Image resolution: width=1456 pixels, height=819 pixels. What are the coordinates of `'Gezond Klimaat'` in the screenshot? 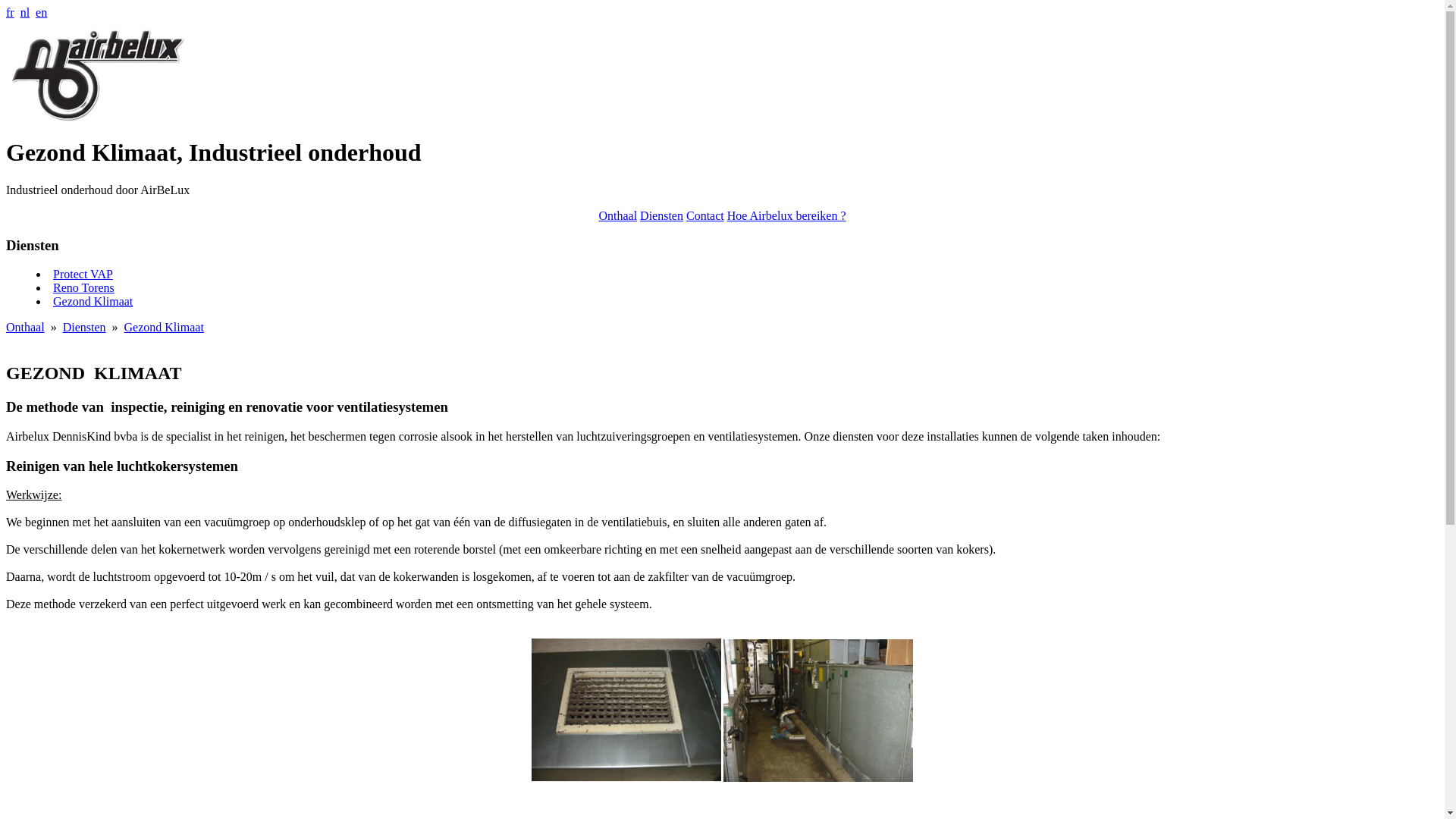 It's located at (92, 301).